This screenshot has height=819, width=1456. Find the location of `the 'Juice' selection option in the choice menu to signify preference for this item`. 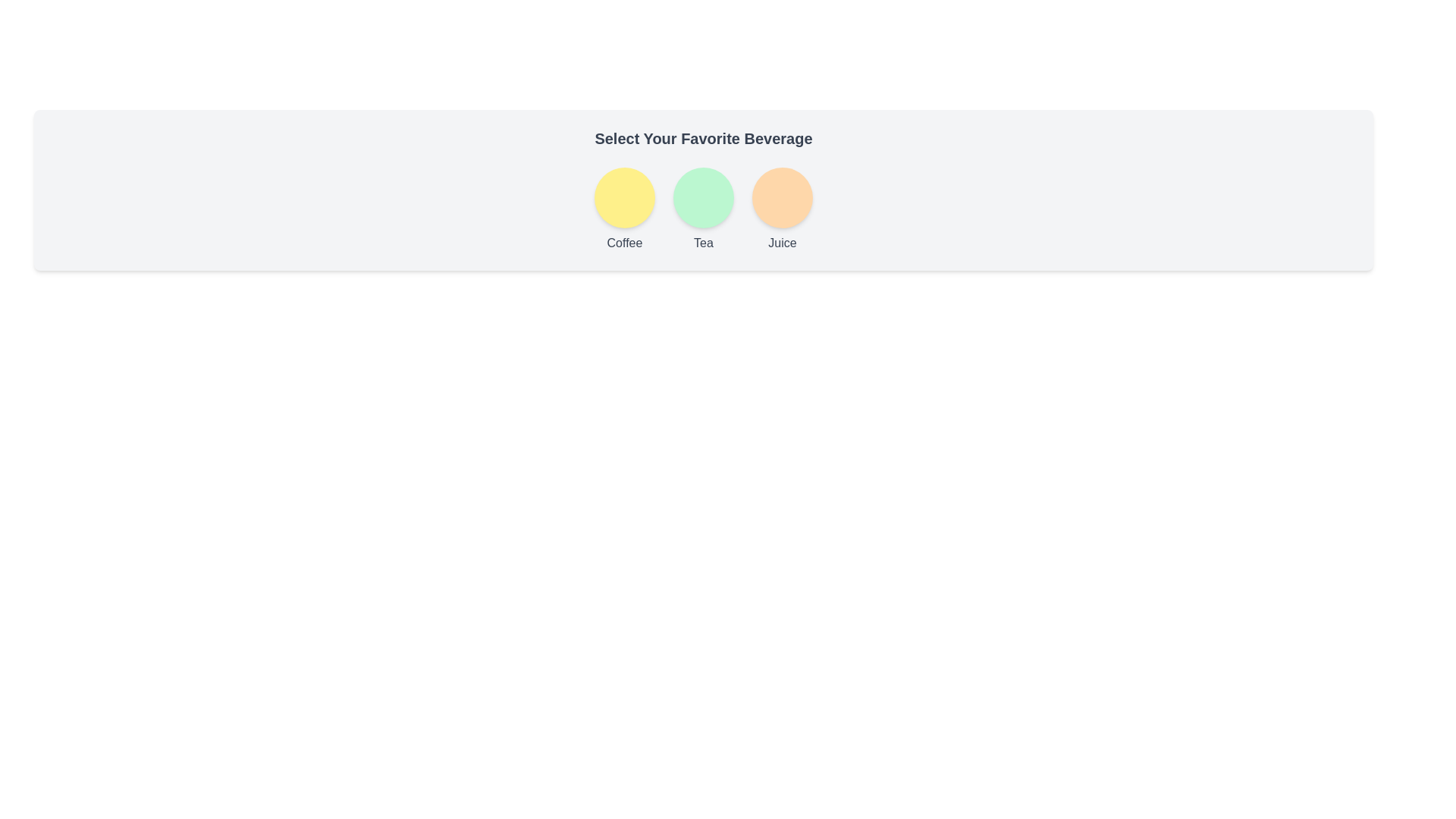

the 'Juice' selection option in the choice menu to signify preference for this item is located at coordinates (783, 207).